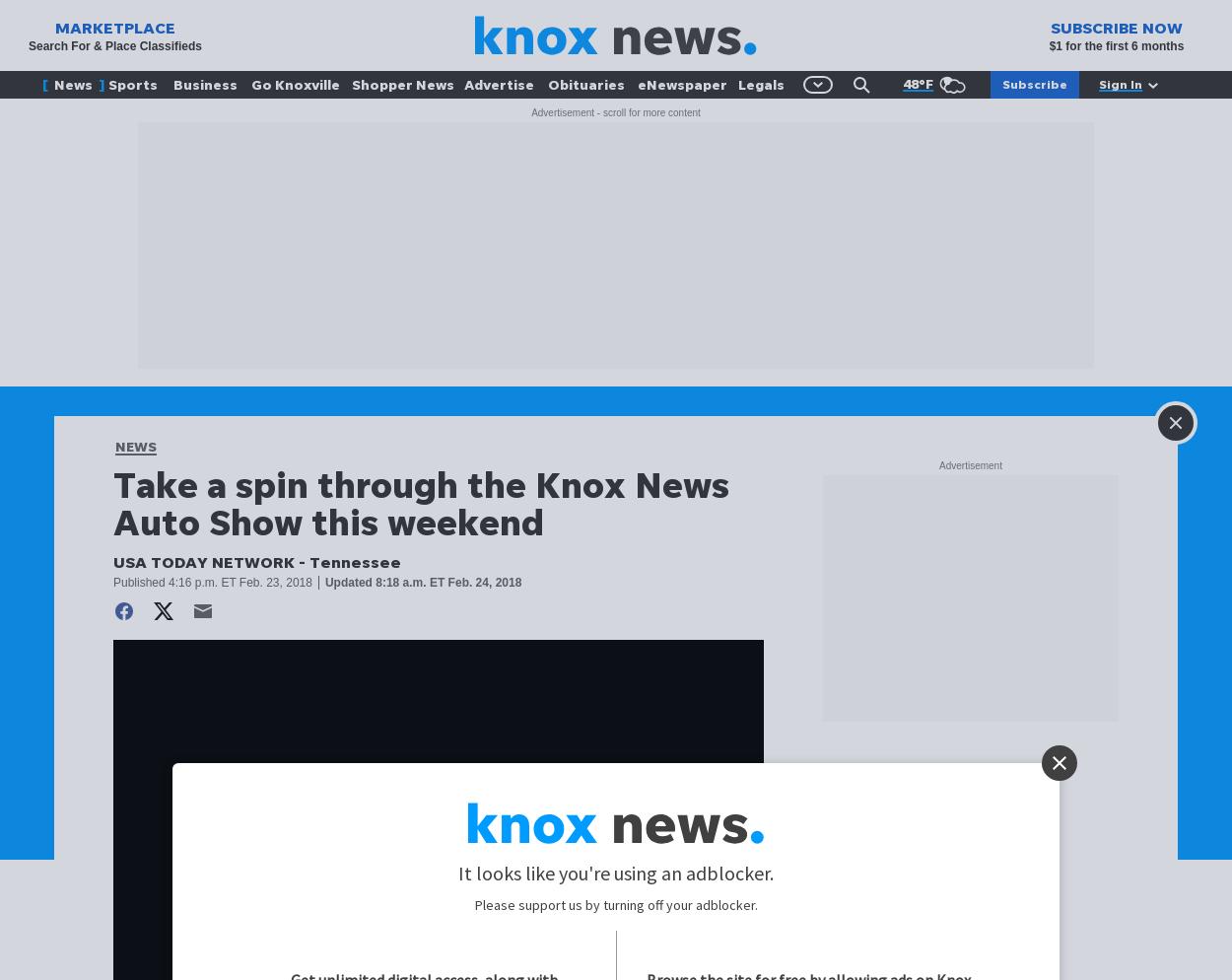 This screenshot has height=980, width=1232. I want to click on 'Sports', so click(133, 84).